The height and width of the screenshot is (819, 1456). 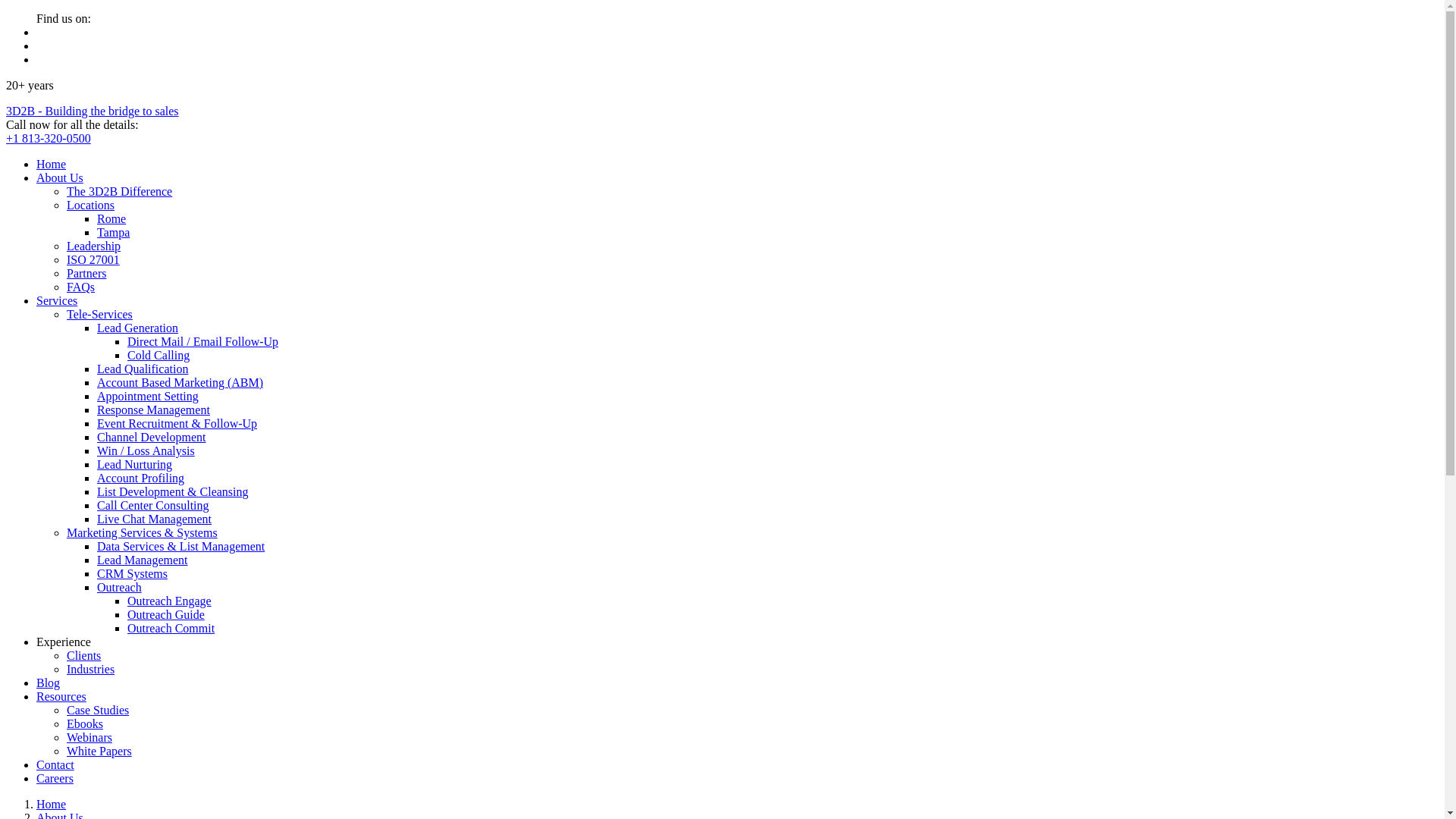 I want to click on 'Outreach Engage', so click(x=169, y=600).